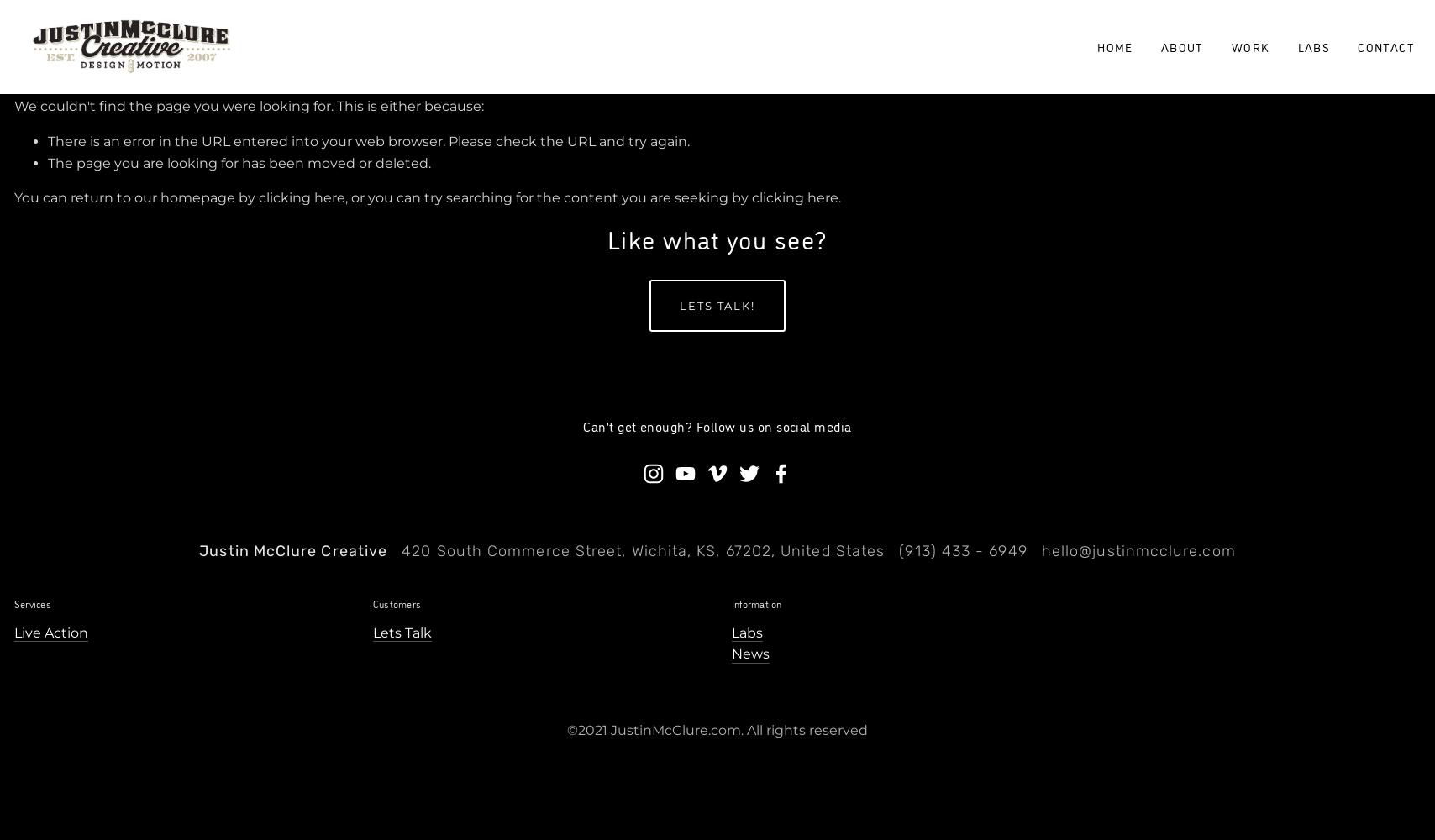 The height and width of the screenshot is (840, 1435). What do you see at coordinates (963, 551) in the screenshot?
I see `'(913) 433 - 6949'` at bounding box center [963, 551].